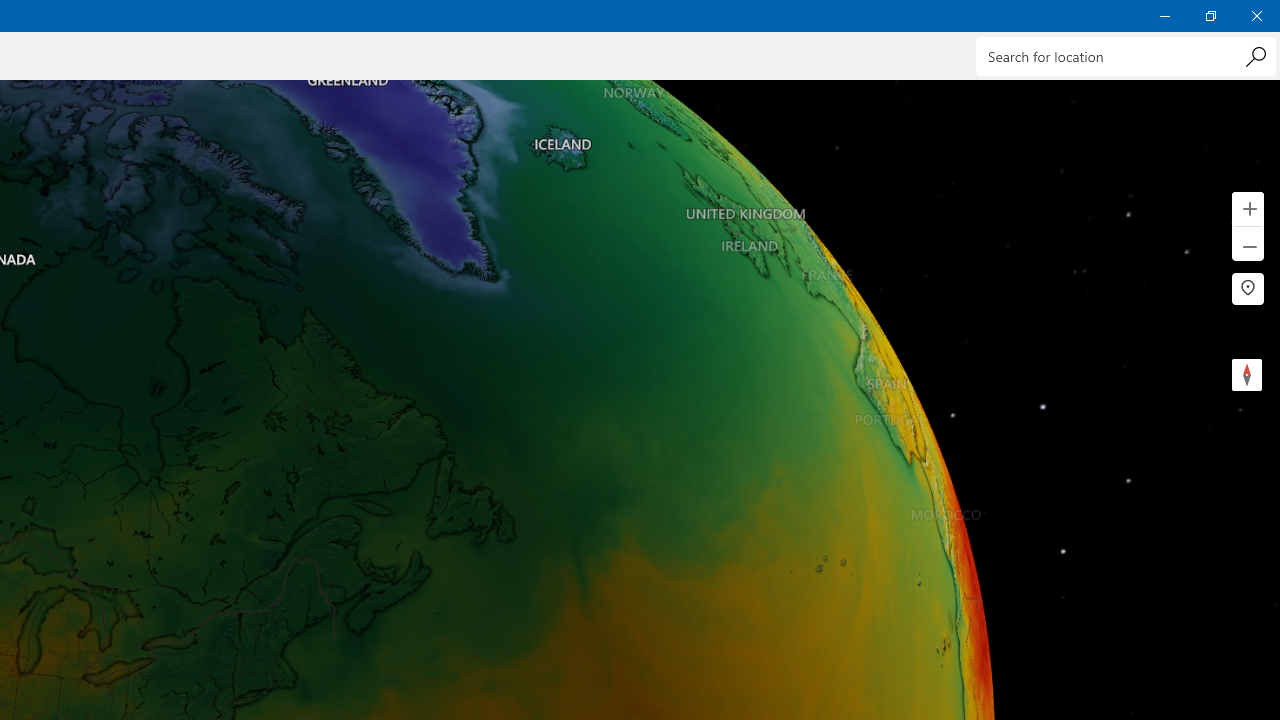 The width and height of the screenshot is (1280, 720). What do you see at coordinates (1209, 15) in the screenshot?
I see `'Restore Weather'` at bounding box center [1209, 15].